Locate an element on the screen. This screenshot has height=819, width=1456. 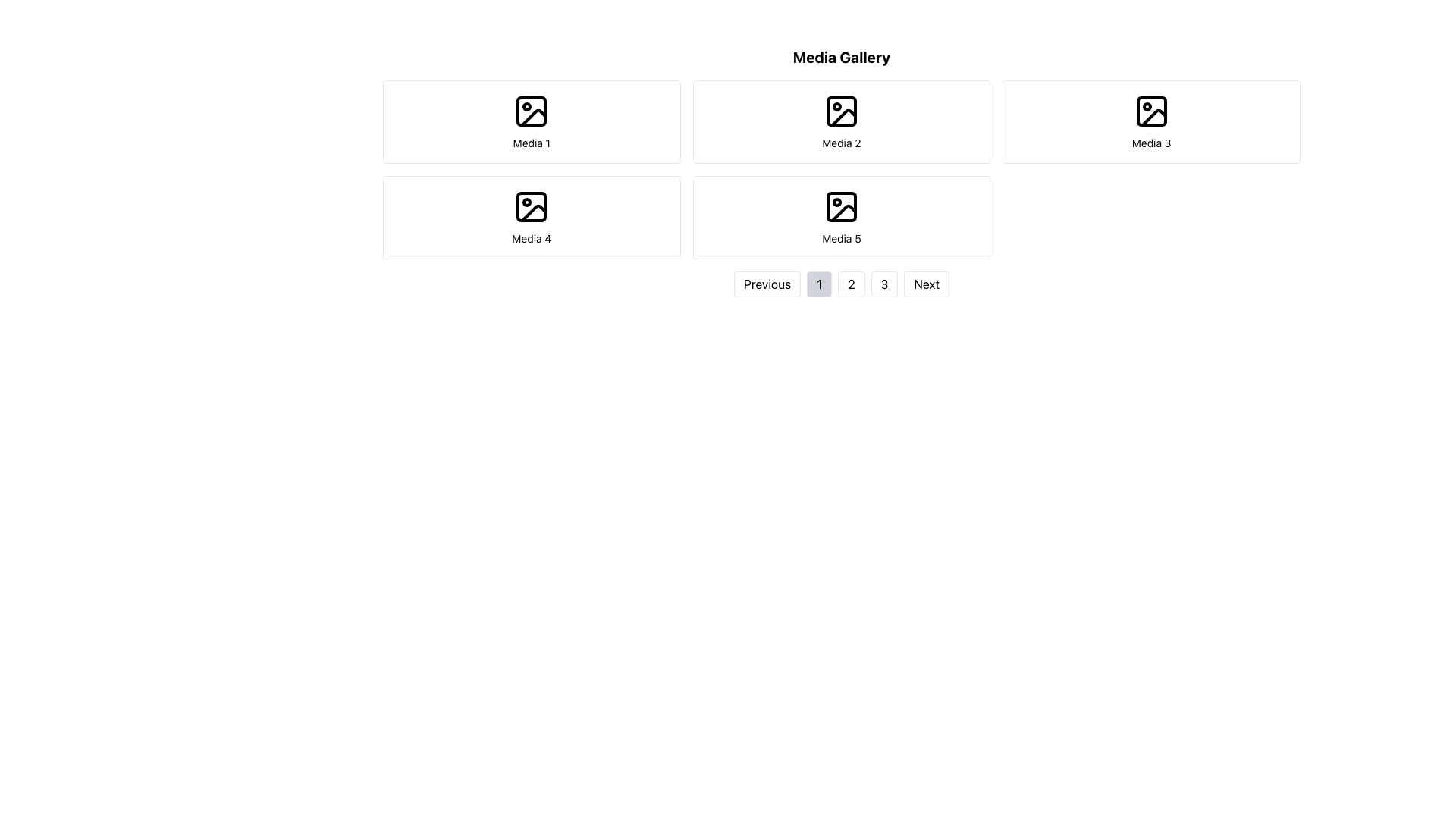
to select or view details of the fifth clickable card in the media gallery, located in the second row and third column of the grid is located at coordinates (840, 217).